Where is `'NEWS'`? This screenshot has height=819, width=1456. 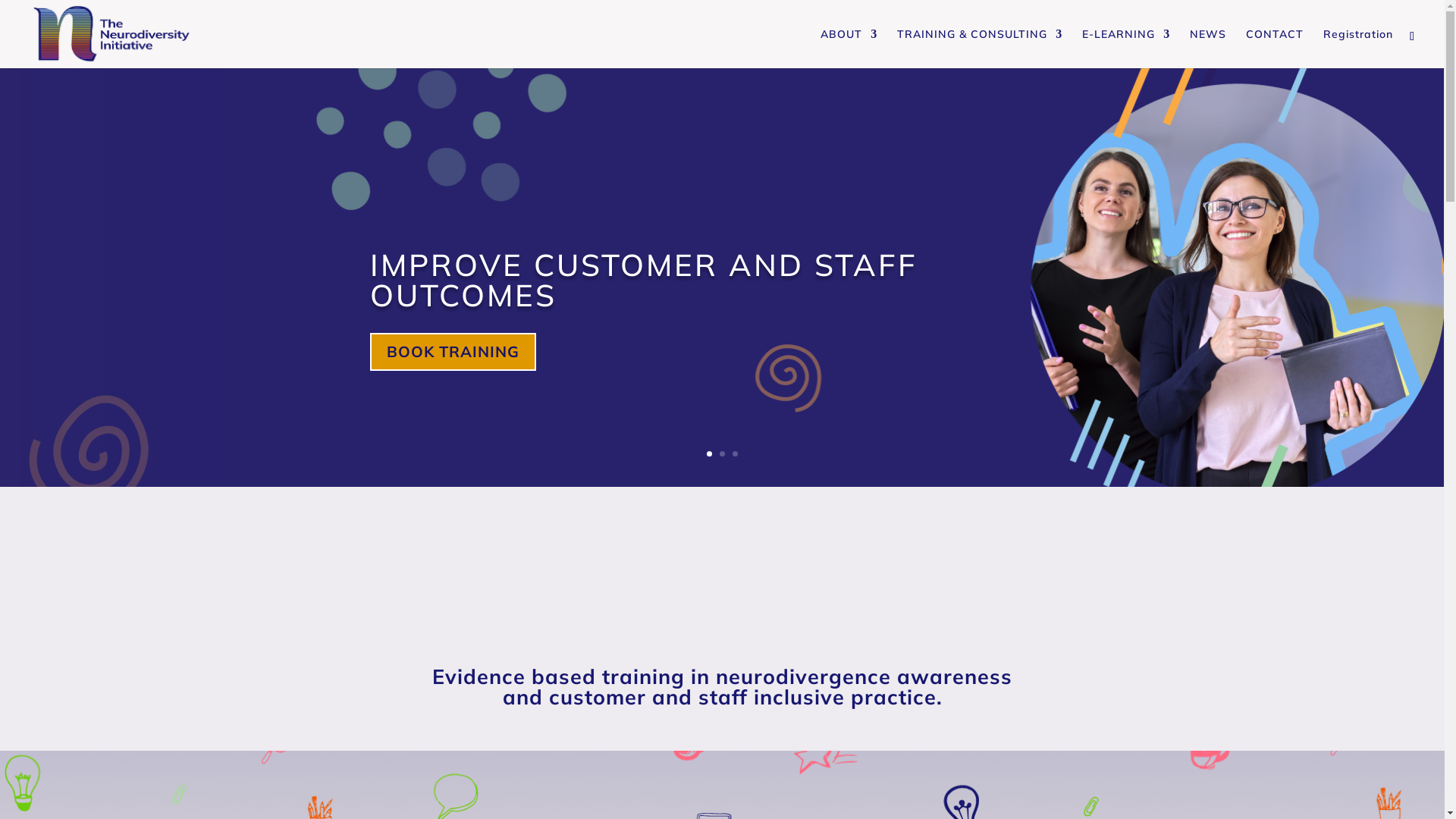
'NEWS' is located at coordinates (1207, 48).